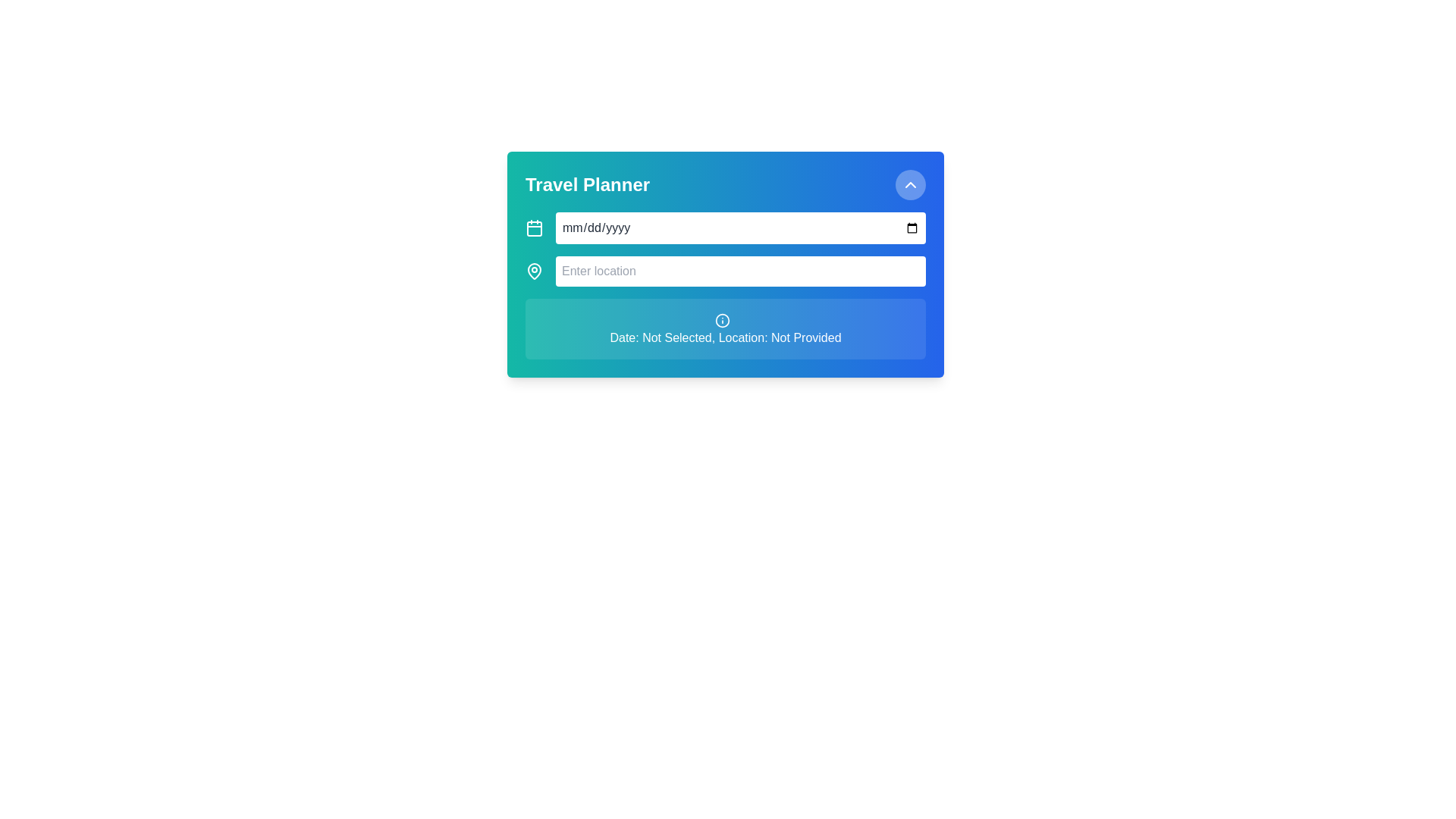 This screenshot has height=819, width=1456. Describe the element at coordinates (535, 270) in the screenshot. I see `the pin-shaped icon located to the left of the 'Enter location' input field within the 'Travel Planner' card` at that location.